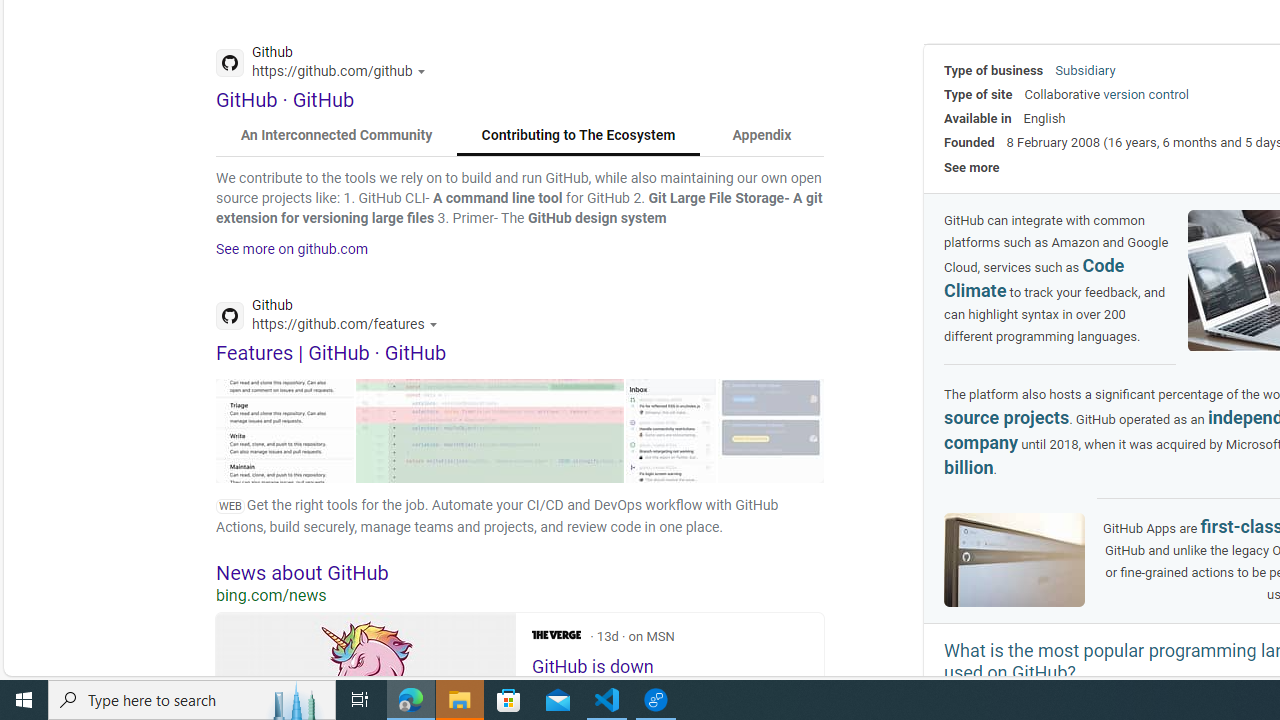 The image size is (1280, 720). Describe the element at coordinates (978, 94) in the screenshot. I see `'Type of site'` at that location.